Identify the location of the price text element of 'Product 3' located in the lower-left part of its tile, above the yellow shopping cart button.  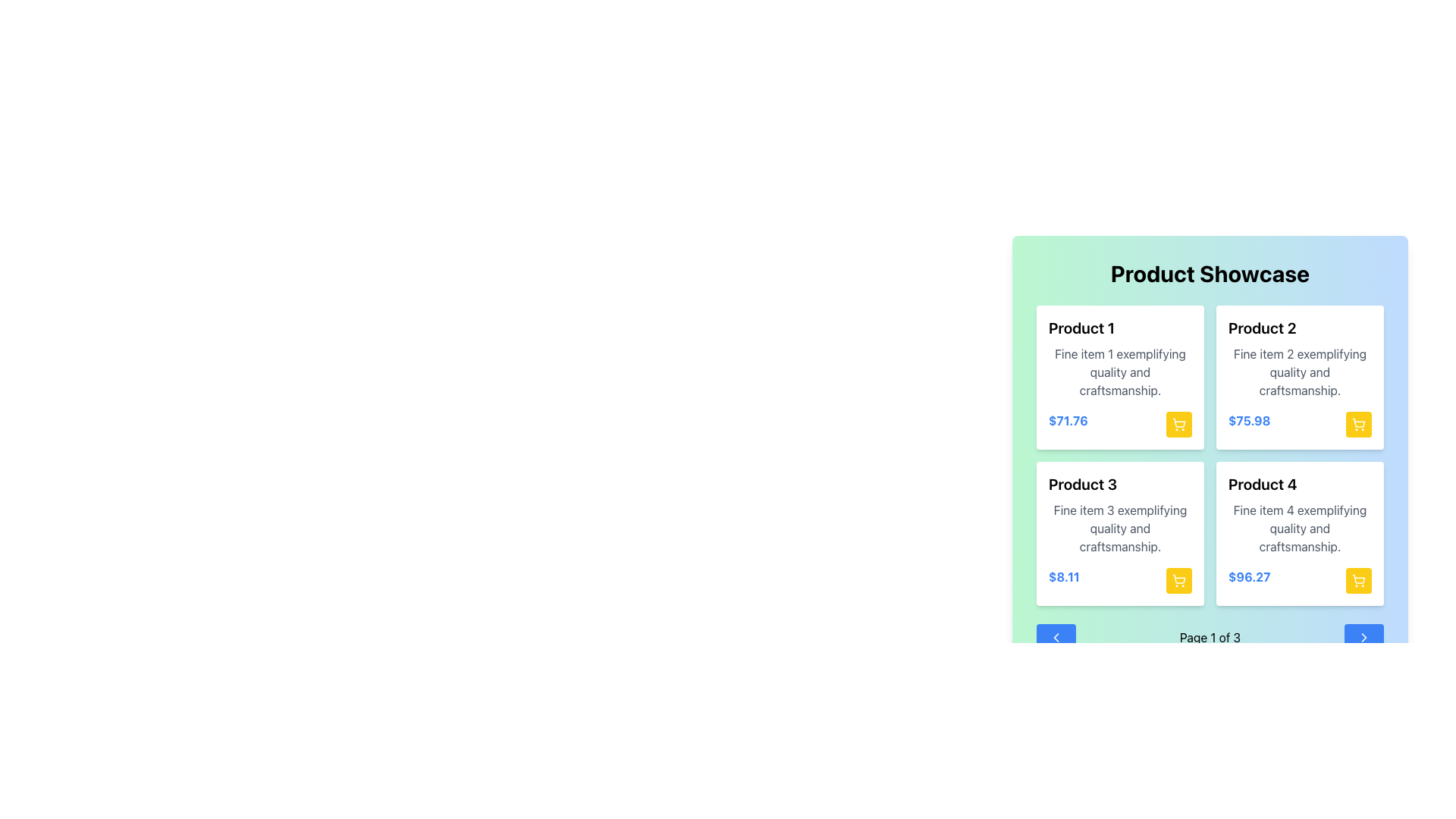
(1063, 580).